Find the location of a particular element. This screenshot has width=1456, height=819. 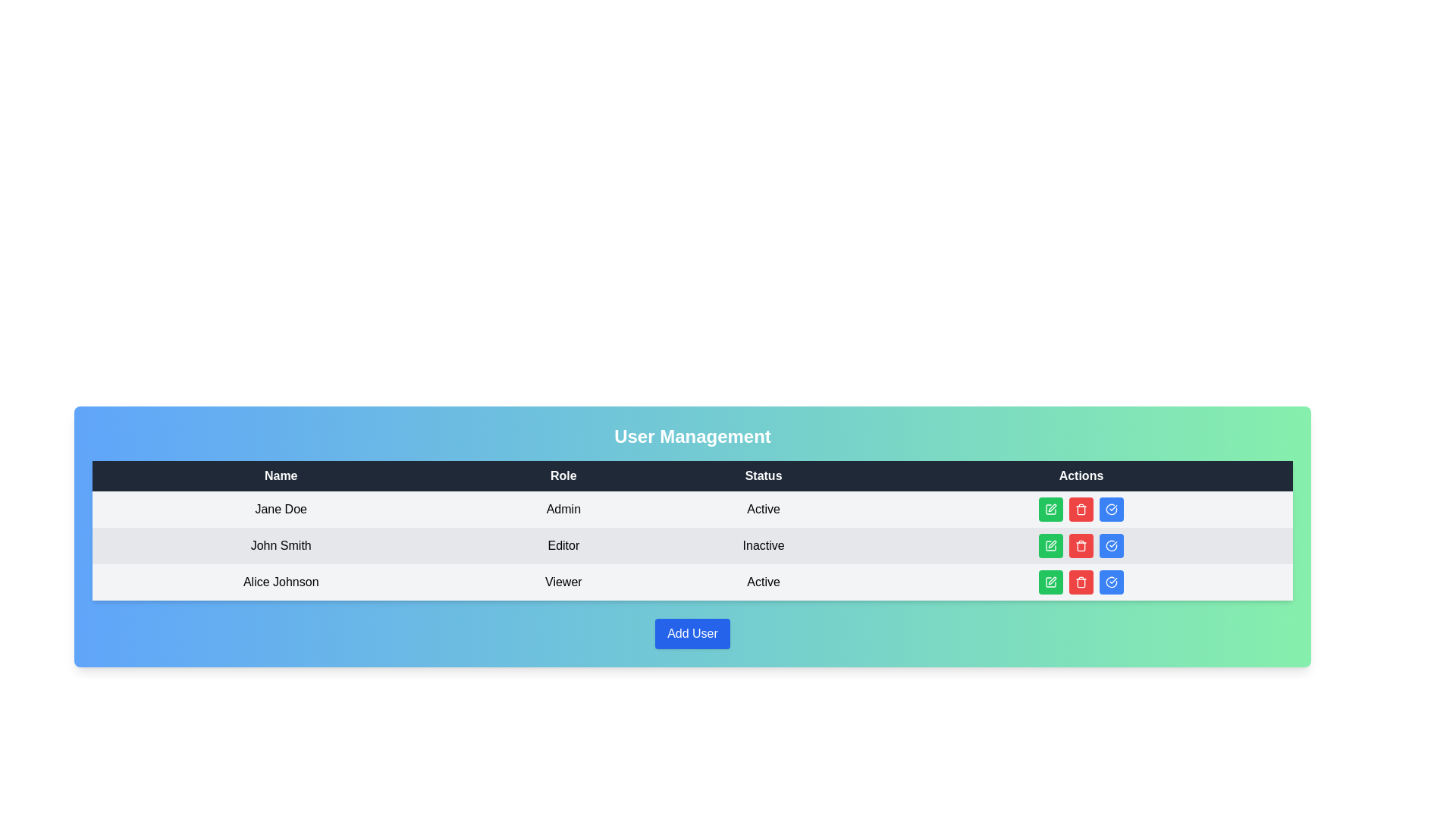

the action buttons in the last column of the third row associated with 'John Smith' in the 'User Management' interface to invoke their respective actions is located at coordinates (1080, 546).